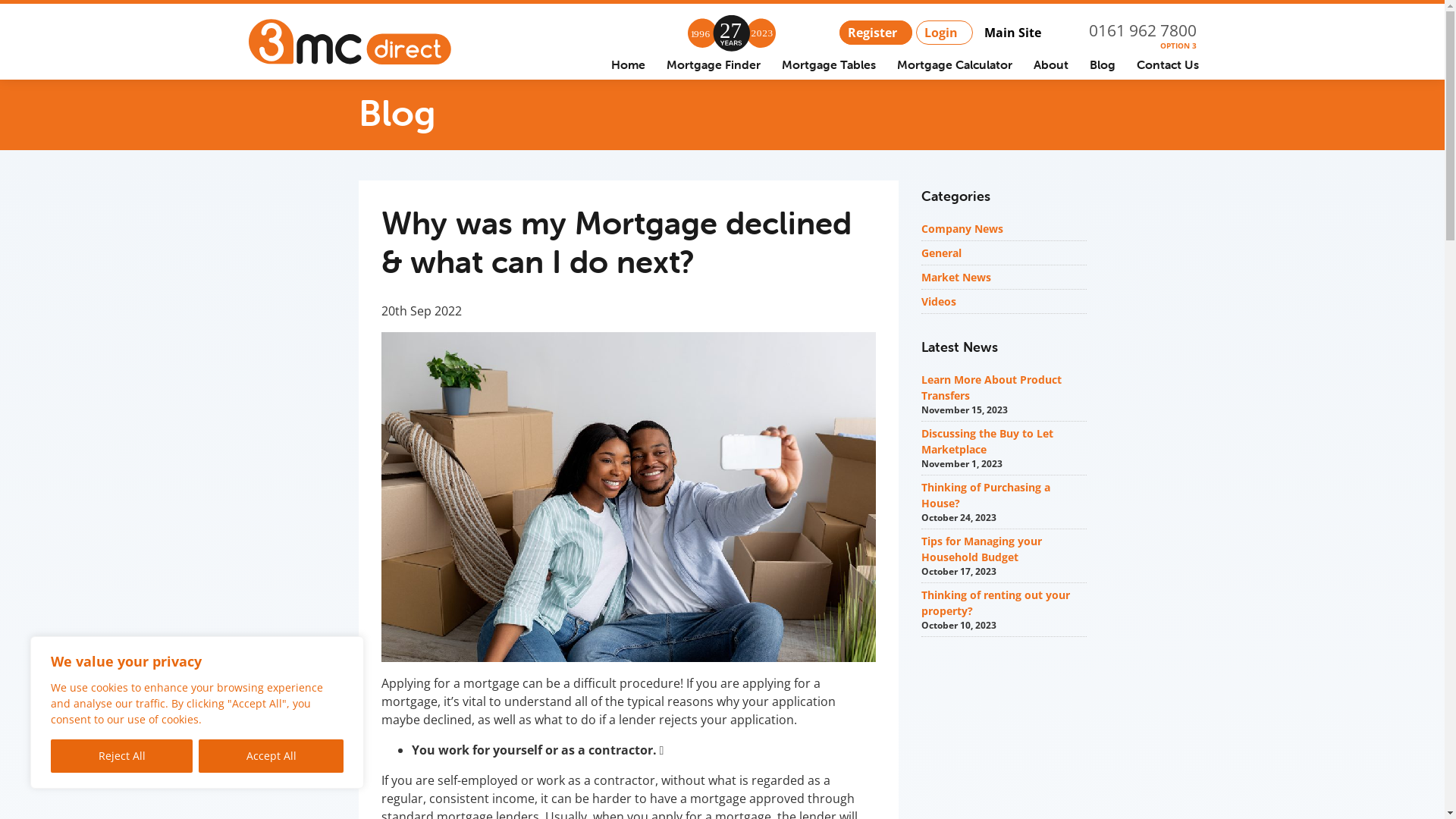 The width and height of the screenshot is (1456, 819). What do you see at coordinates (961, 228) in the screenshot?
I see `'Company News'` at bounding box center [961, 228].